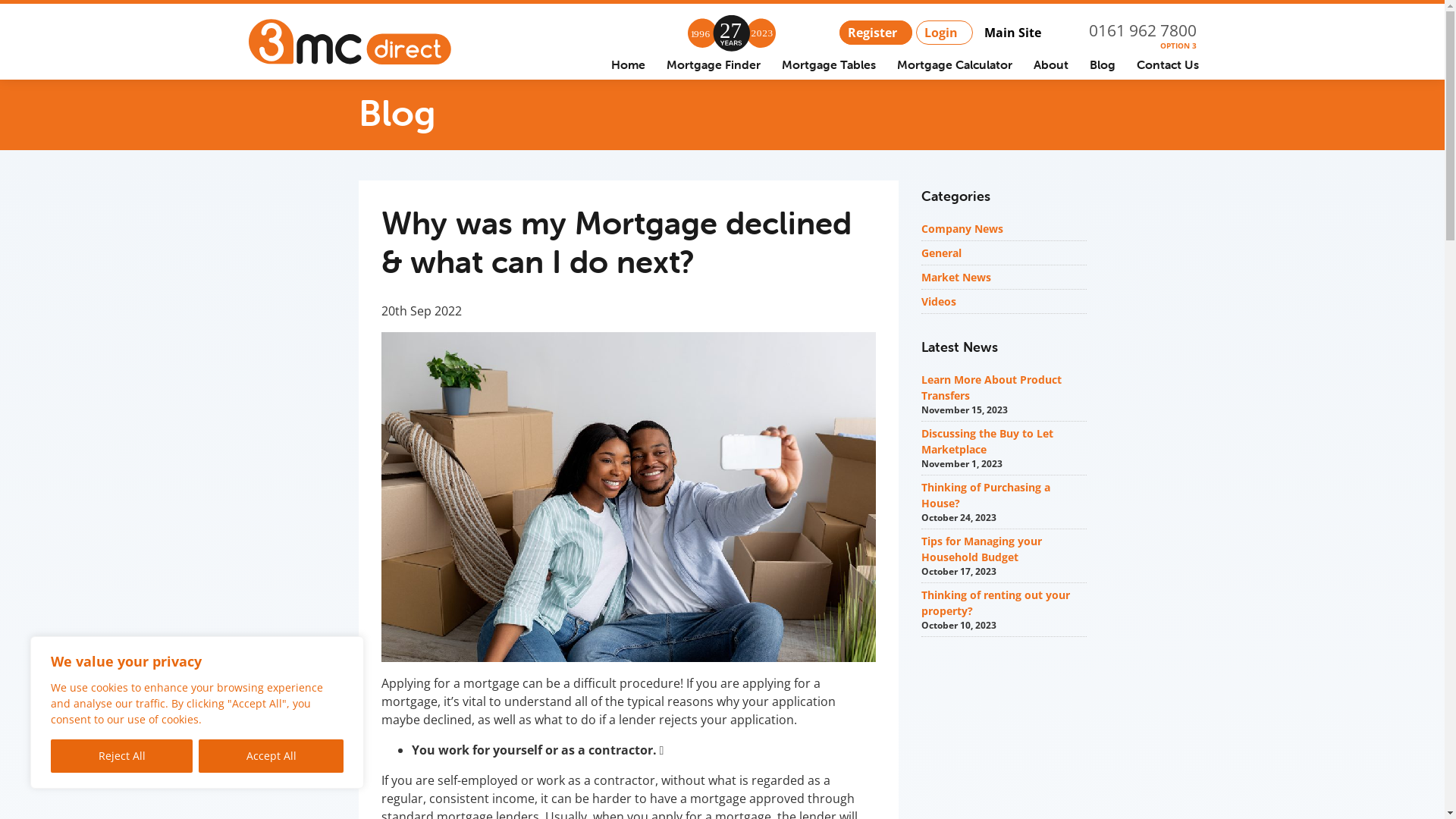 The width and height of the screenshot is (1456, 819). What do you see at coordinates (961, 228) in the screenshot?
I see `'Company News'` at bounding box center [961, 228].